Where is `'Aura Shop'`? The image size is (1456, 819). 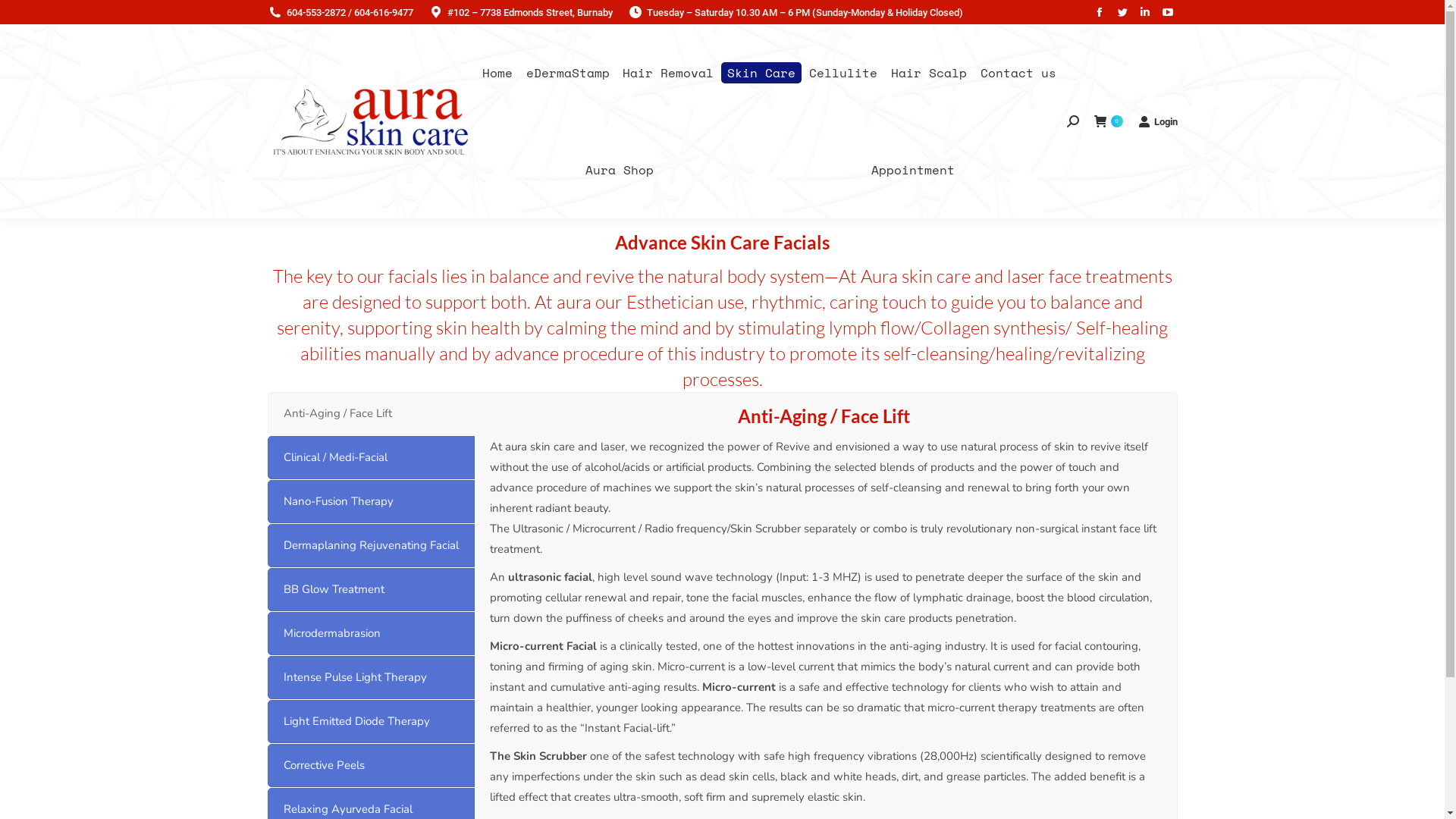
'Aura Shop' is located at coordinates (619, 169).